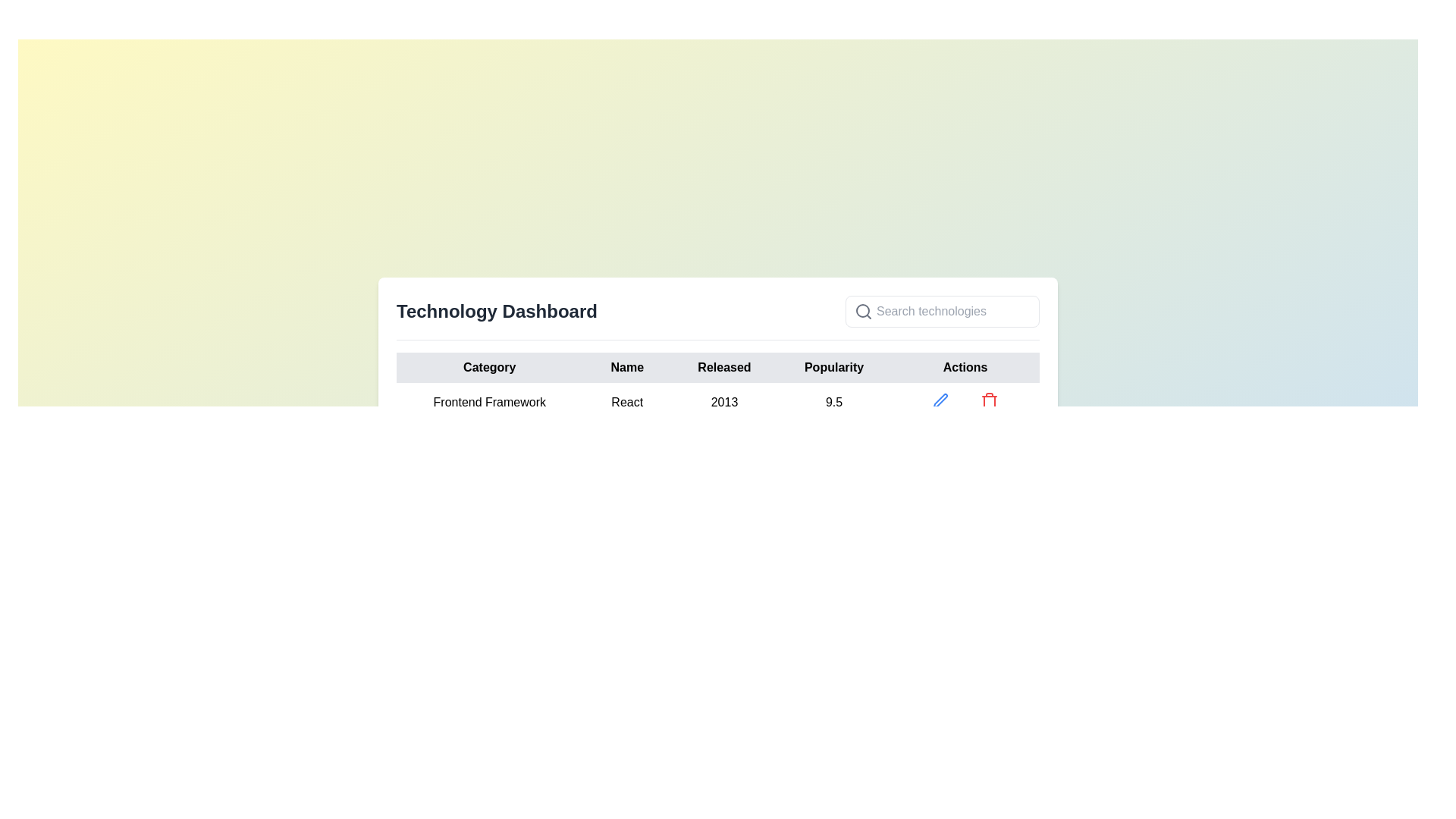 This screenshot has width=1456, height=819. What do you see at coordinates (964, 368) in the screenshot?
I see `the text label or header located at the far right end of the horizontal header row, which indicates action-related interaction options for the table` at bounding box center [964, 368].